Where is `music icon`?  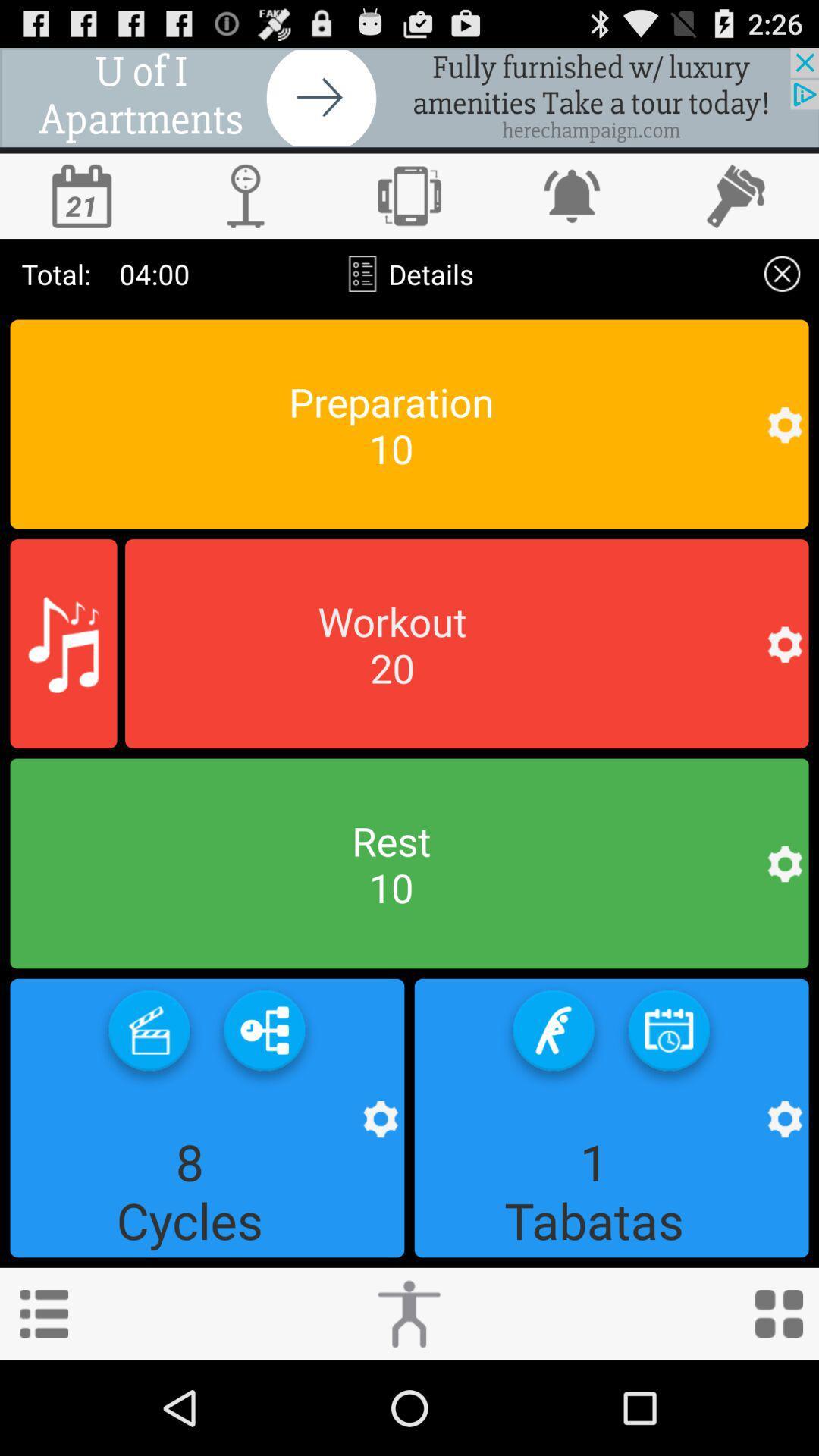
music icon is located at coordinates (63, 644).